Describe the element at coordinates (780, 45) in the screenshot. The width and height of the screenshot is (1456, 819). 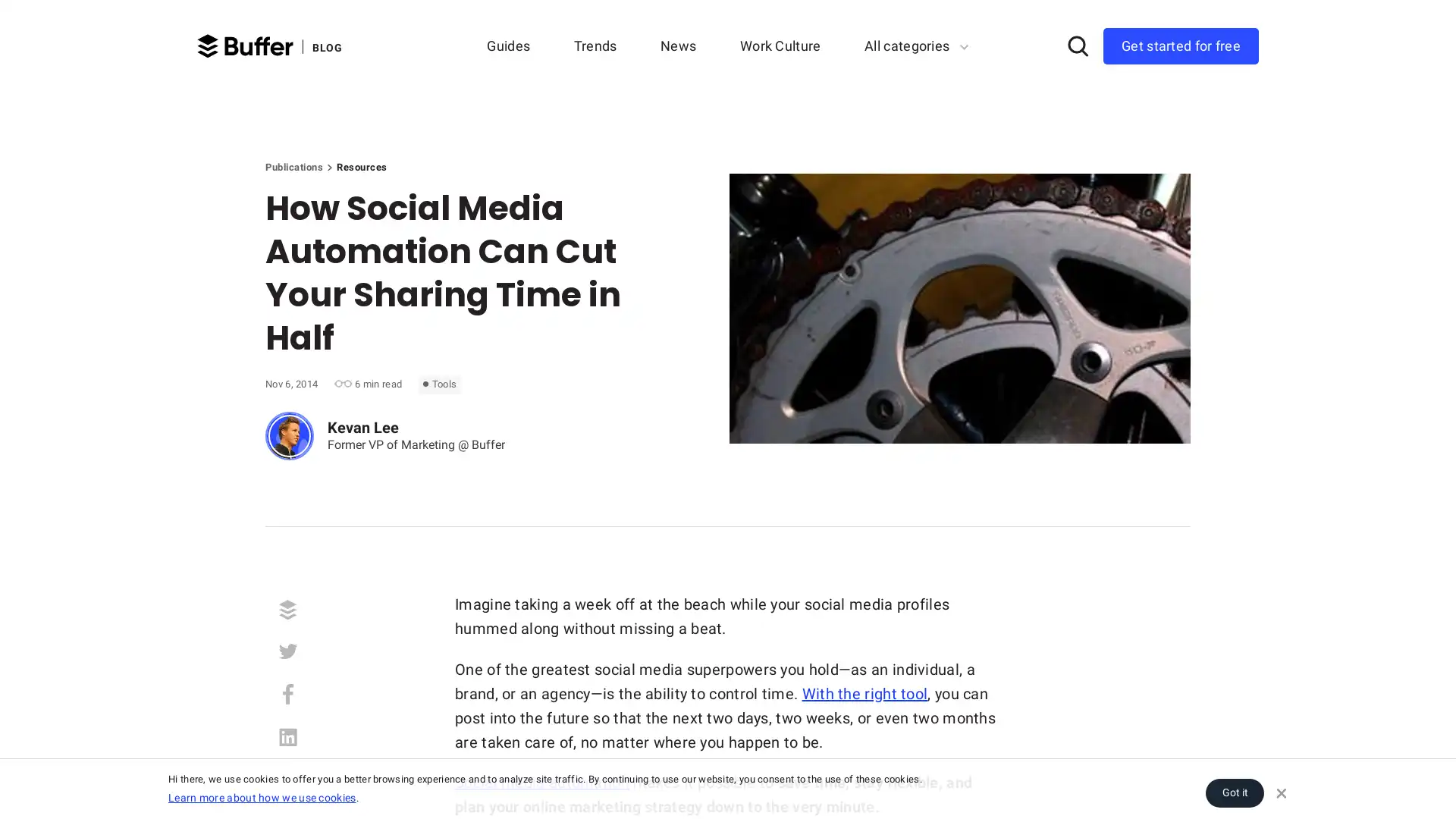
I see `Work Culture` at that location.